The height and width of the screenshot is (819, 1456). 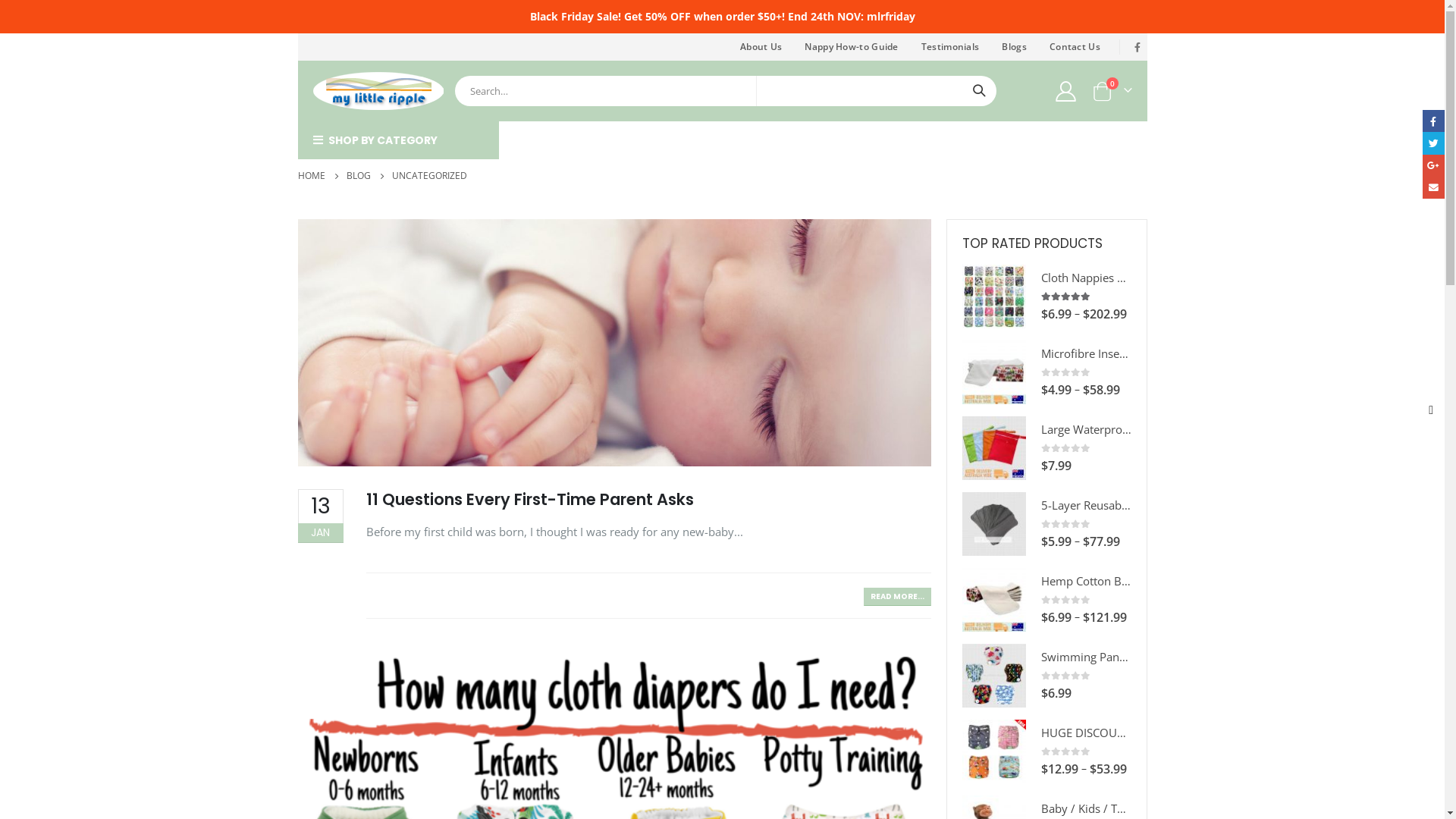 What do you see at coordinates (1432, 165) in the screenshot?
I see `'Google +'` at bounding box center [1432, 165].